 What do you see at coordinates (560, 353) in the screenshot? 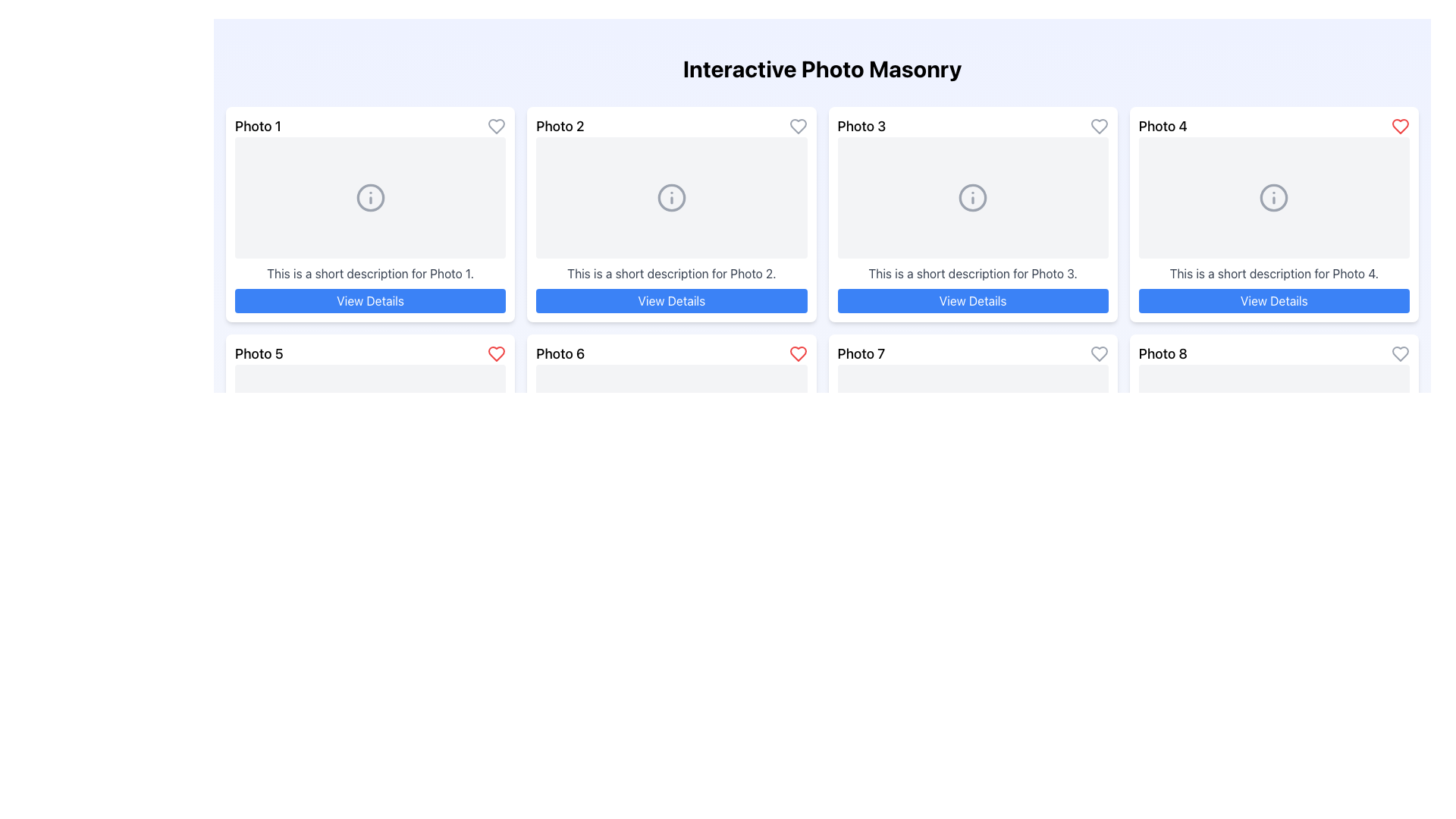
I see `the static text label displaying 'Photo 6' in bold black font, located in the second row and second column of the grid layout` at bounding box center [560, 353].